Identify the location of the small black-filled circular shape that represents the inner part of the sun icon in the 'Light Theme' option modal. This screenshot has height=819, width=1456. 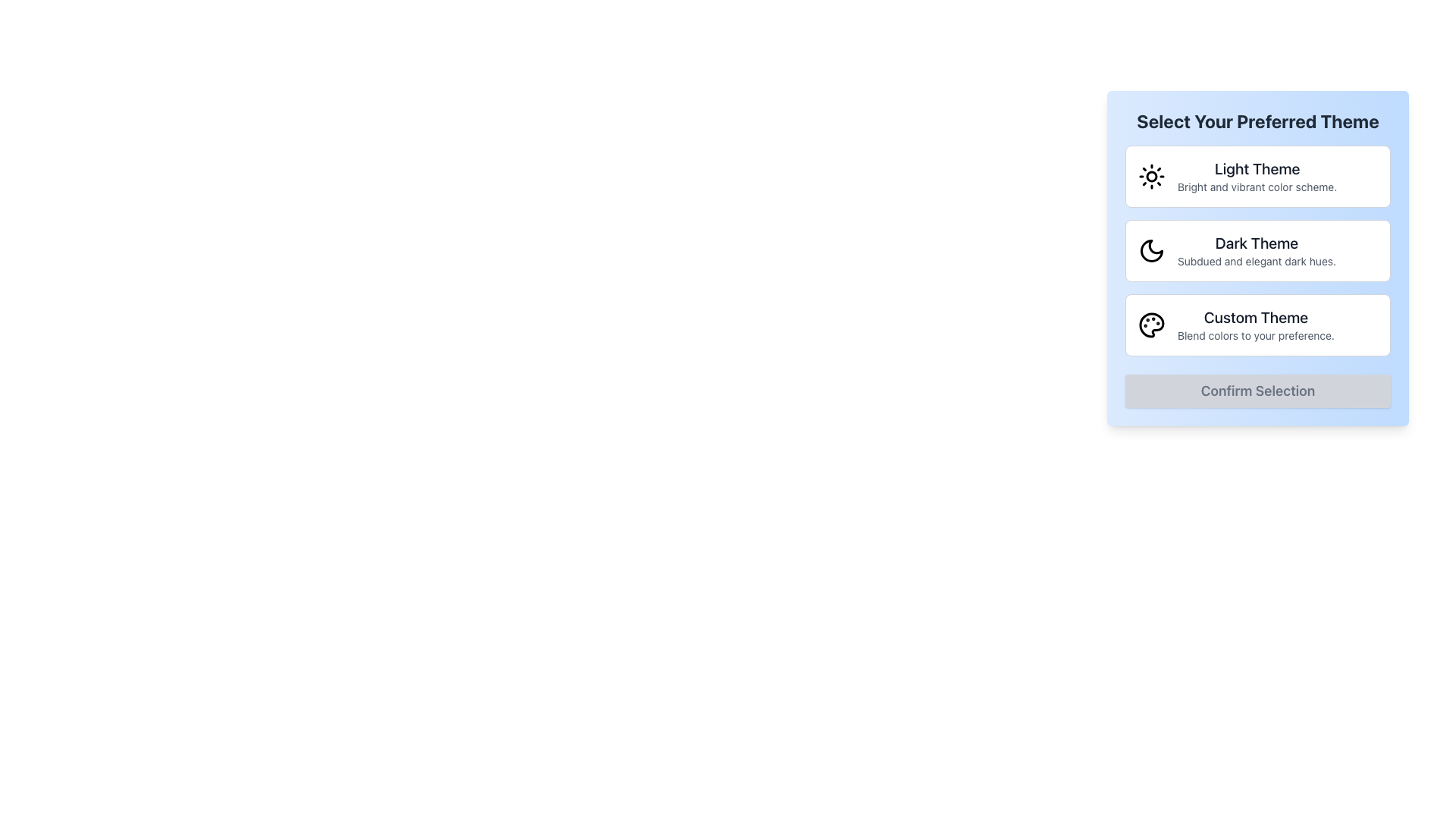
(1151, 175).